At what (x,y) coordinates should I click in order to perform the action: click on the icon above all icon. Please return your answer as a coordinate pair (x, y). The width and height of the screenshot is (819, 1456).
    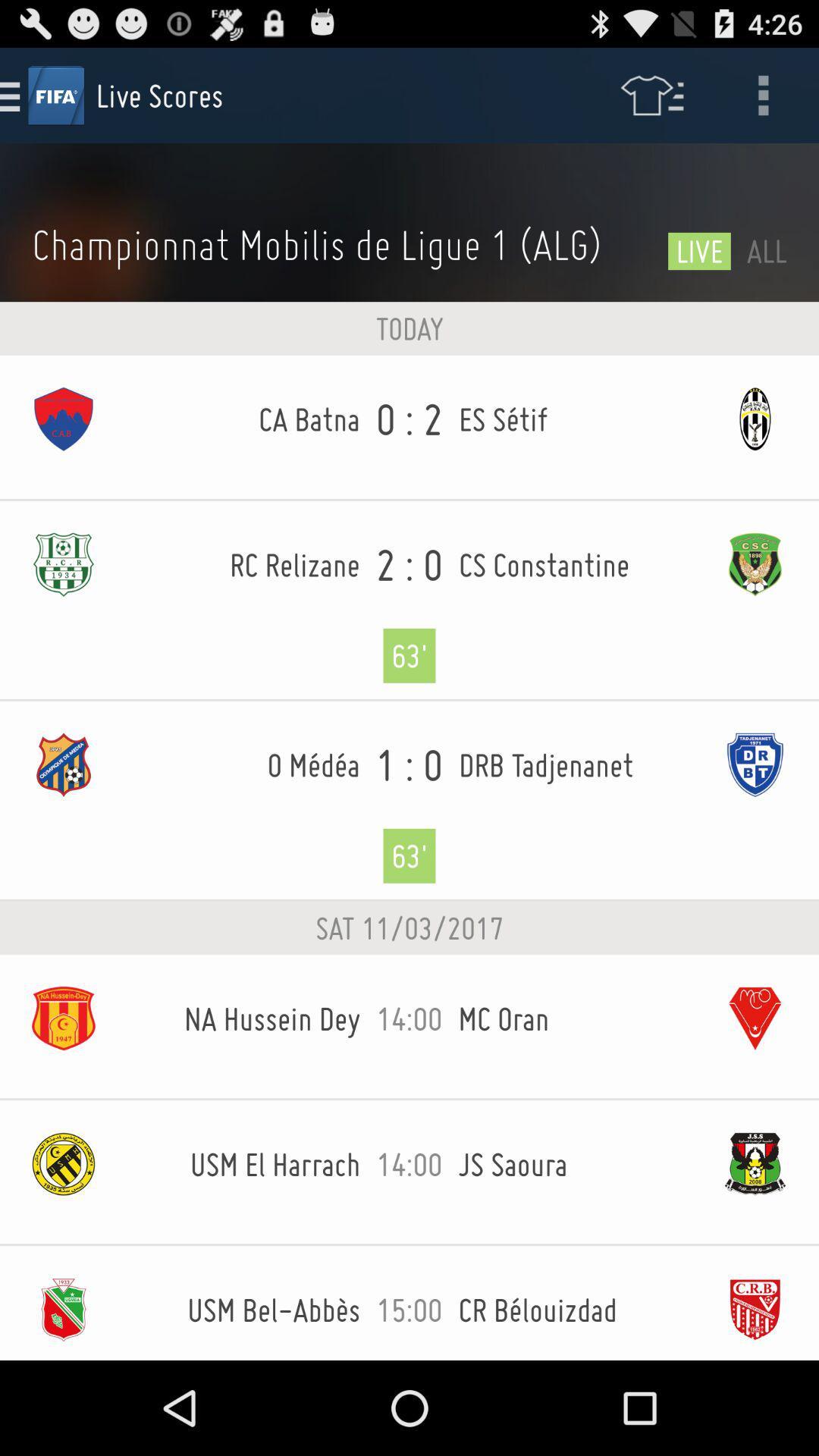
    Looking at the image, I should click on (763, 94).